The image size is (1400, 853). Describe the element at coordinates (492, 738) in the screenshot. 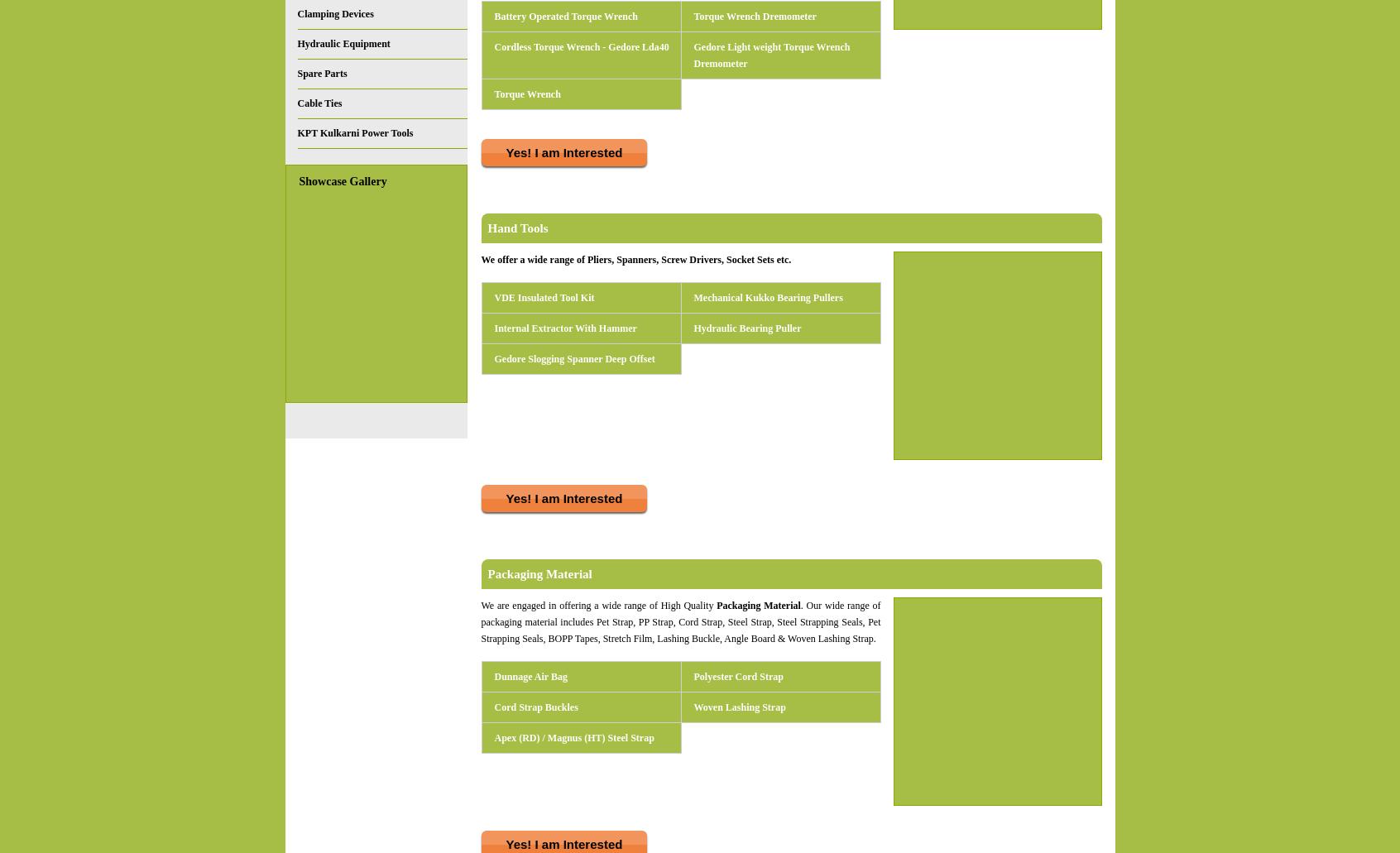

I see `'Apex (RD) / Magnus (HT) Steel Strap'` at that location.